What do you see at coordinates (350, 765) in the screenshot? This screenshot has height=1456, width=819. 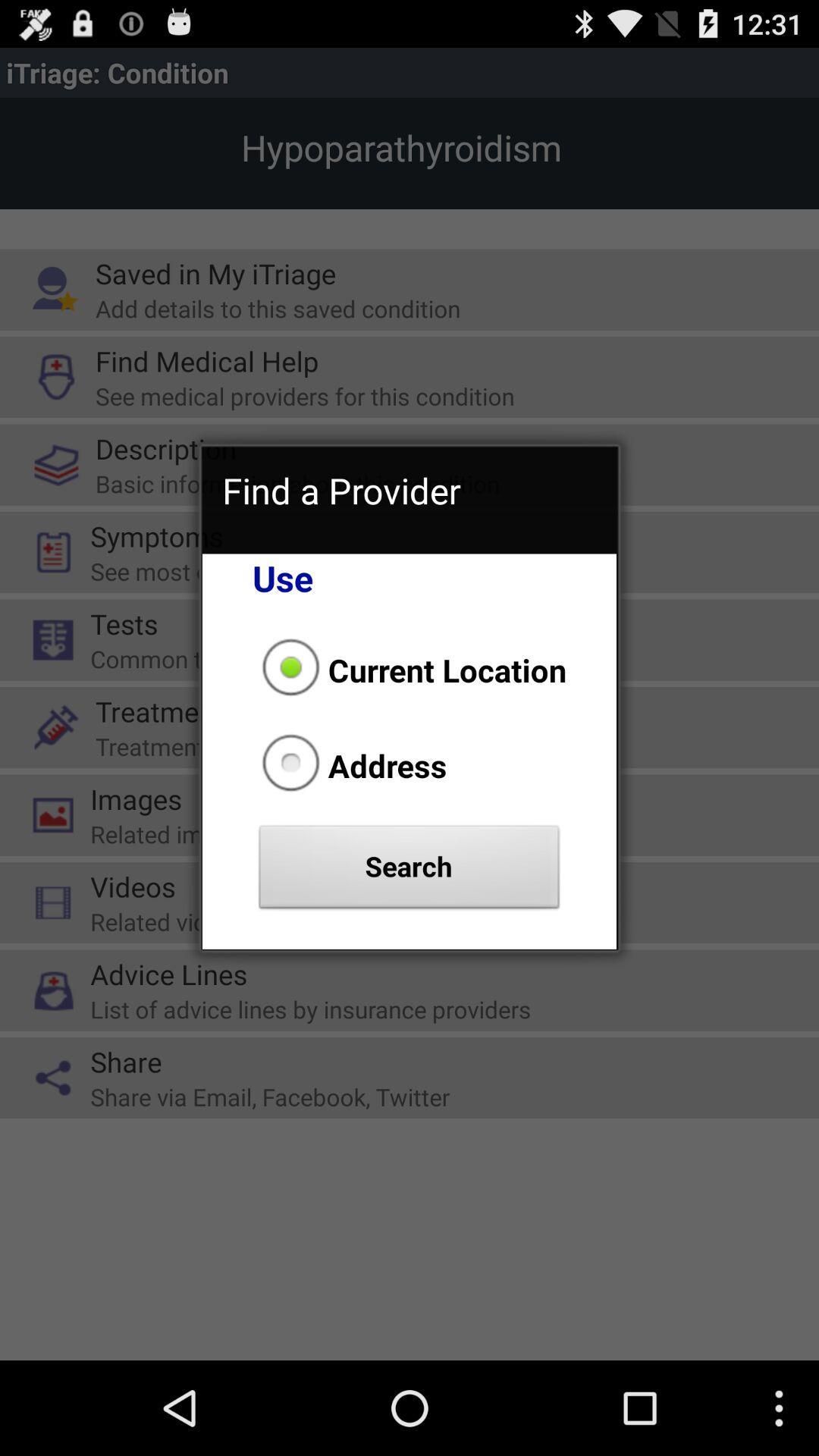 I see `address` at bounding box center [350, 765].